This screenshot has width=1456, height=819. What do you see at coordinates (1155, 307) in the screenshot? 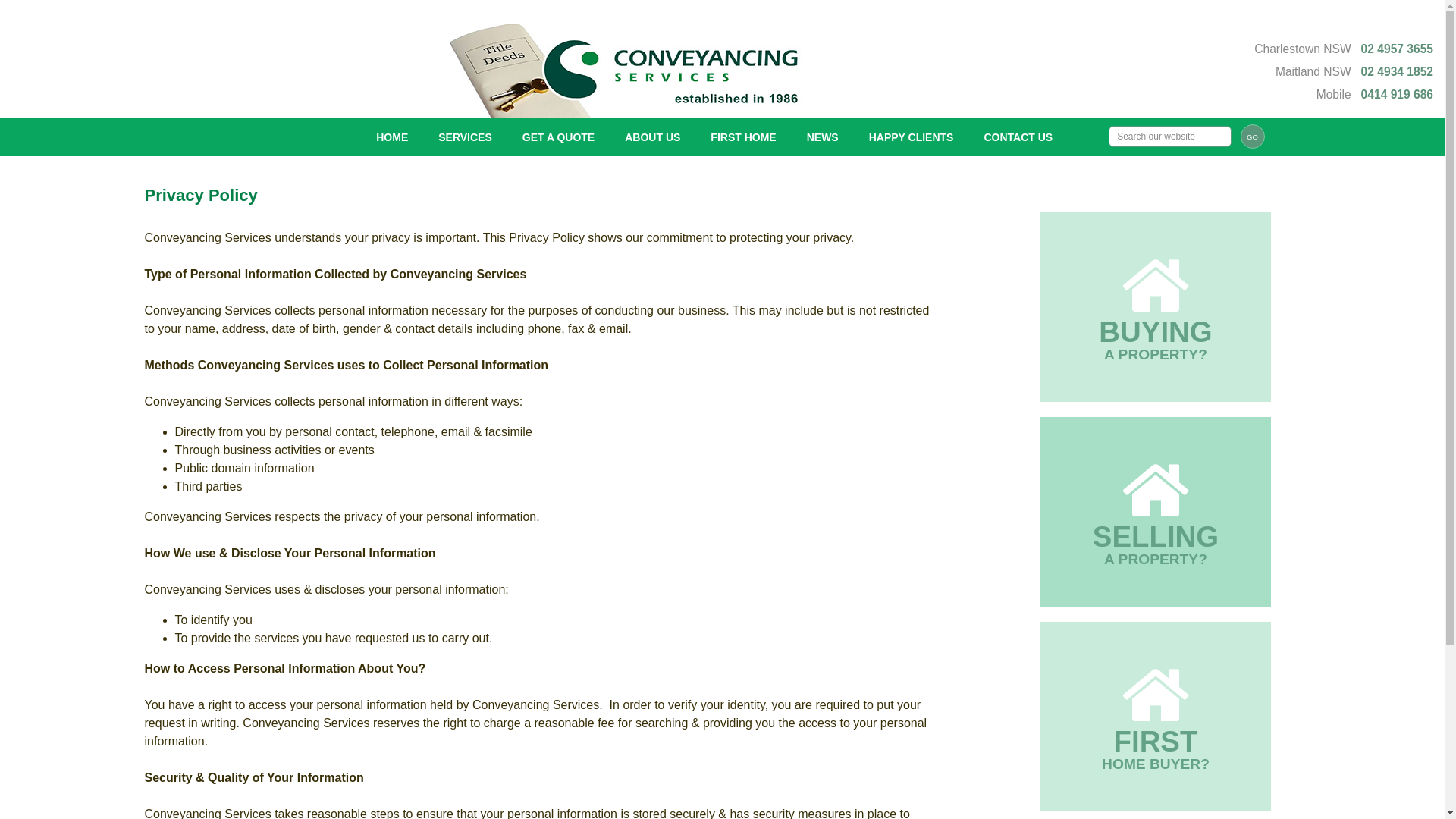
I see `'BUYING` at bounding box center [1155, 307].